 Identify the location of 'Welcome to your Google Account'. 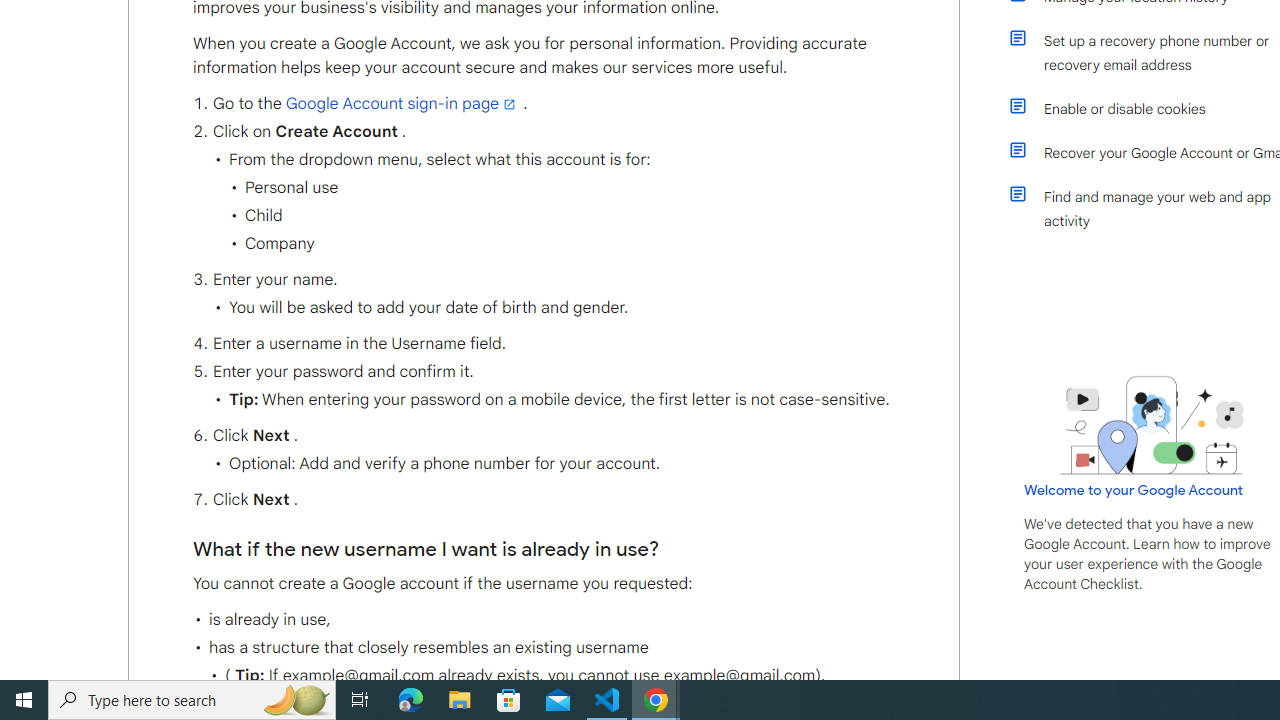
(1134, 489).